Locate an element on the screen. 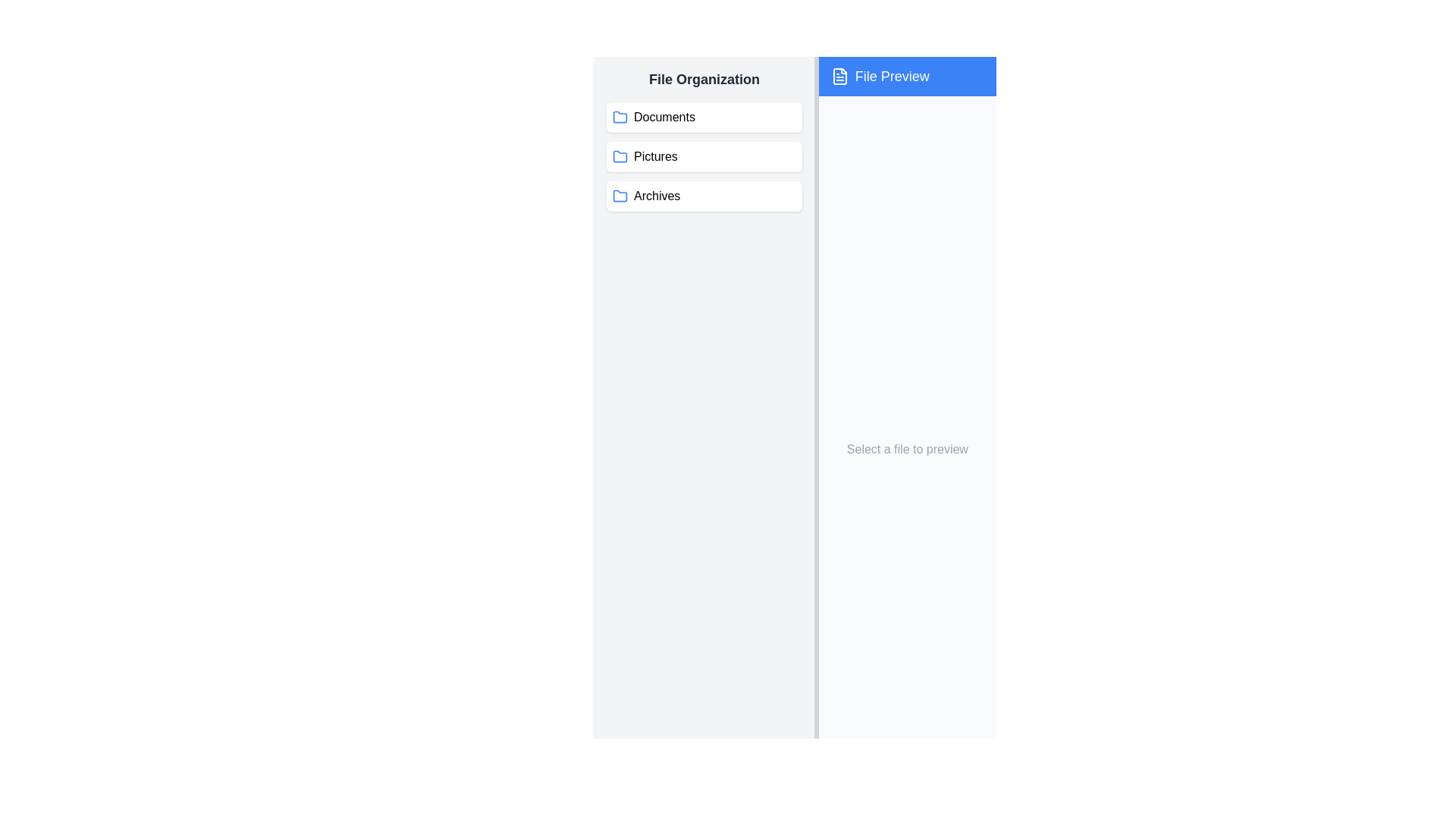 The image size is (1456, 819). the vibrant blue folder icon located to the left of the 'Archives' label in the third list item is located at coordinates (620, 195).